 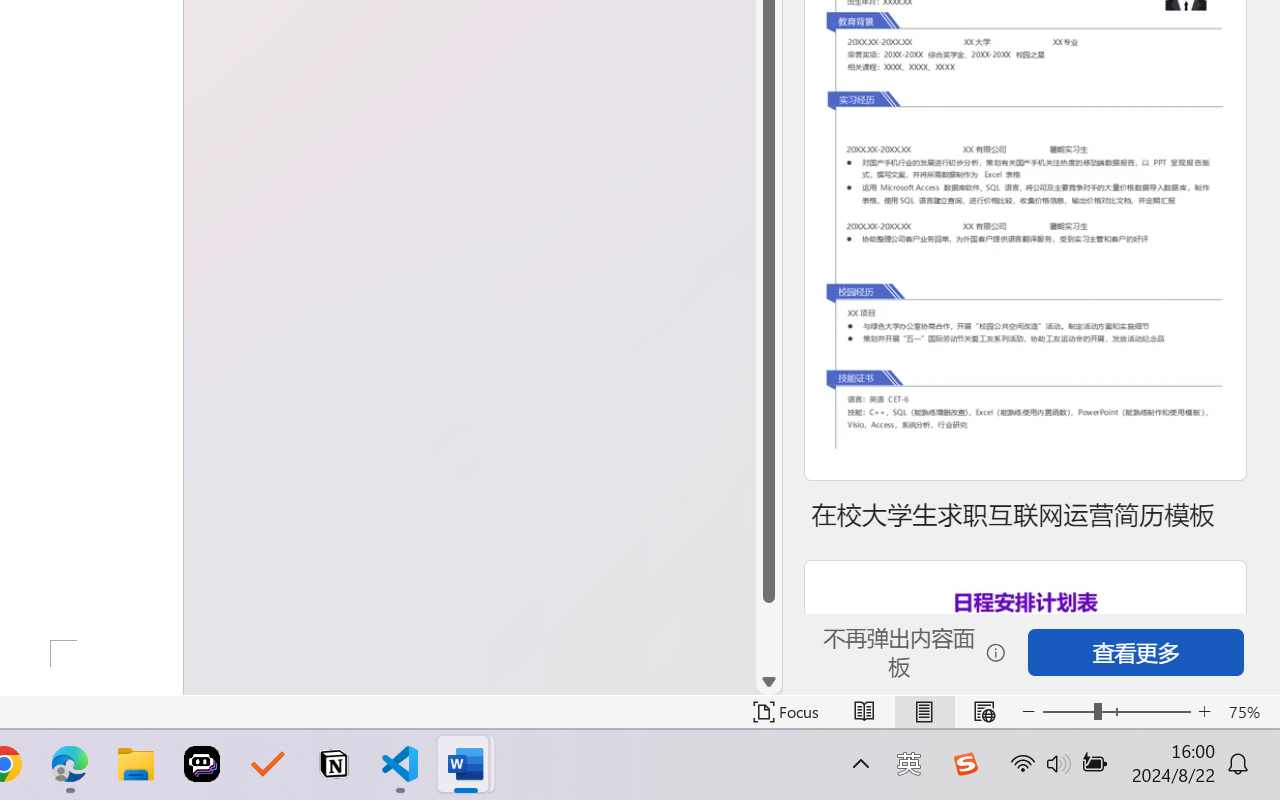 What do you see at coordinates (864, 711) in the screenshot?
I see `'Read Mode'` at bounding box center [864, 711].